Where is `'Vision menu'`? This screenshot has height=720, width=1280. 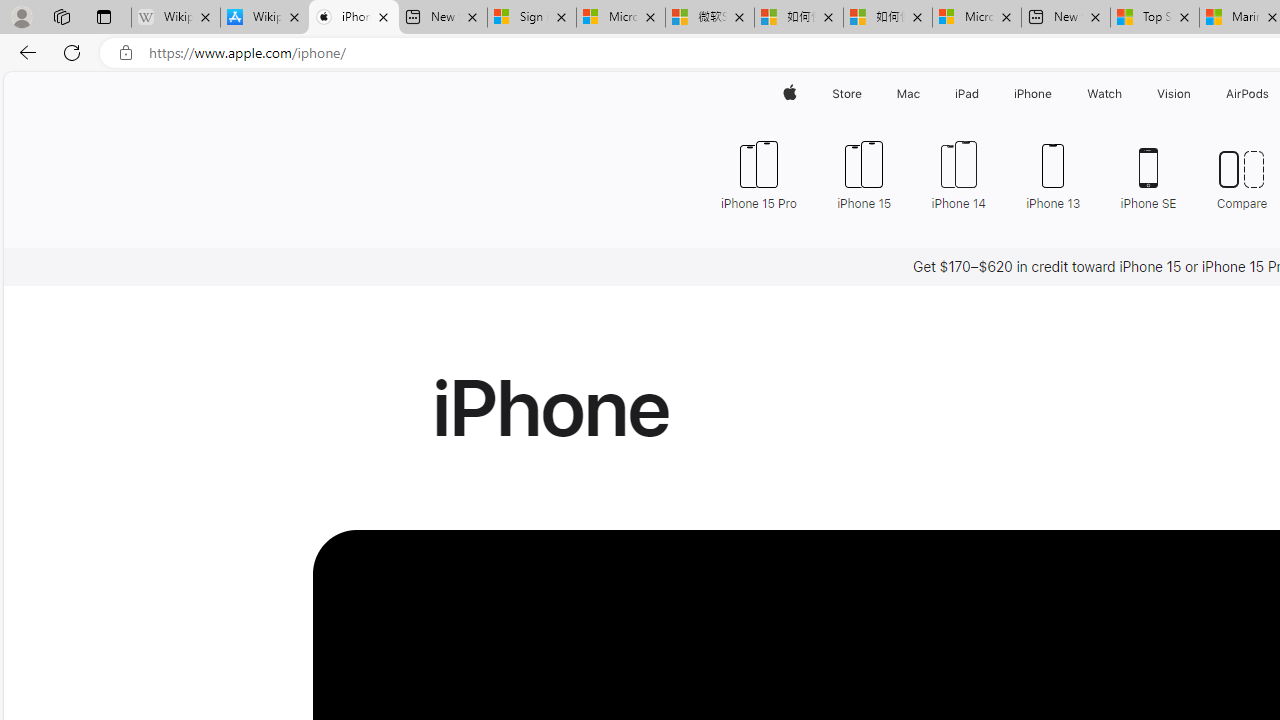
'Vision menu' is located at coordinates (1195, 93).